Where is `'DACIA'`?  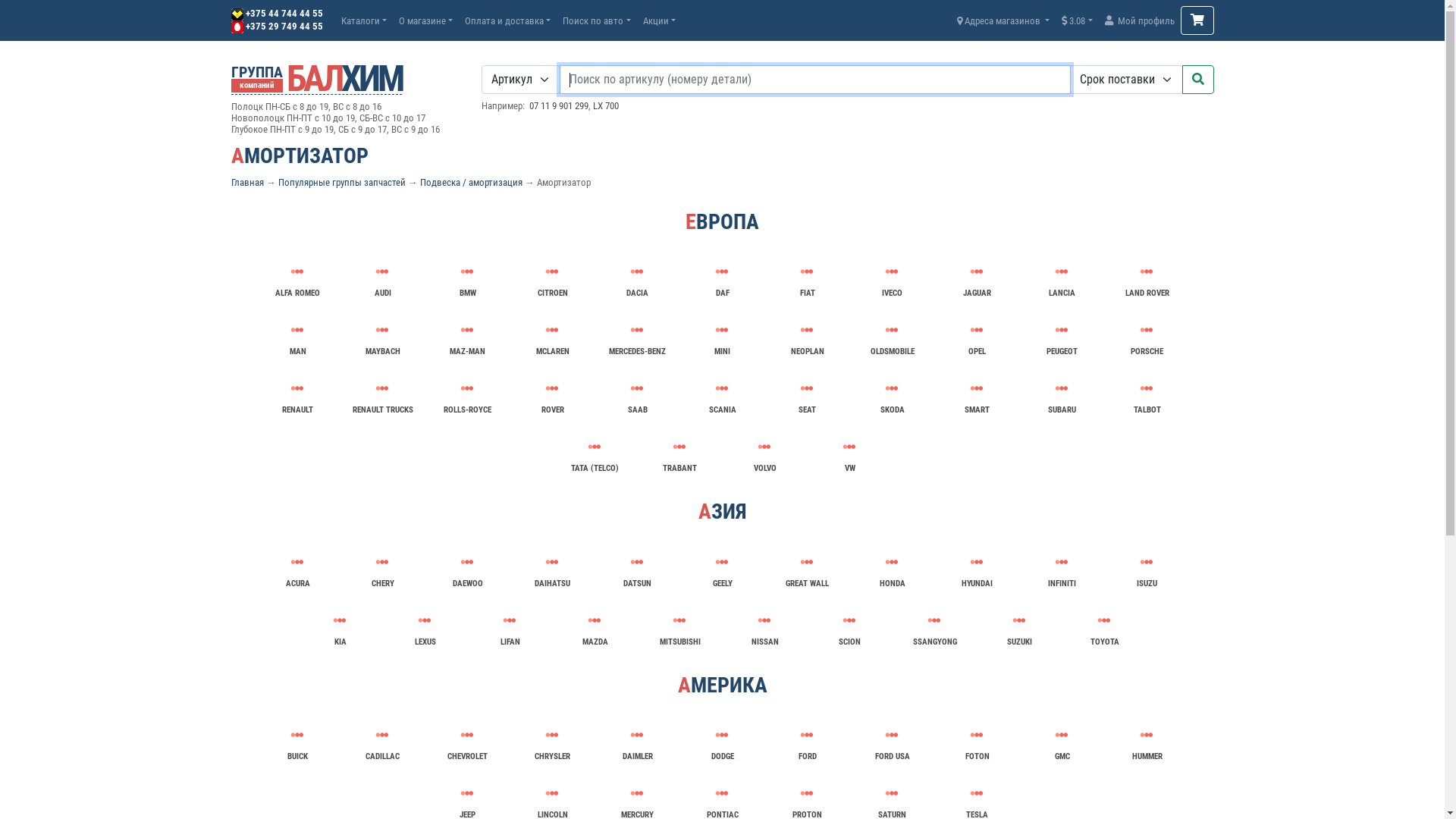
'DACIA' is located at coordinates (637, 271).